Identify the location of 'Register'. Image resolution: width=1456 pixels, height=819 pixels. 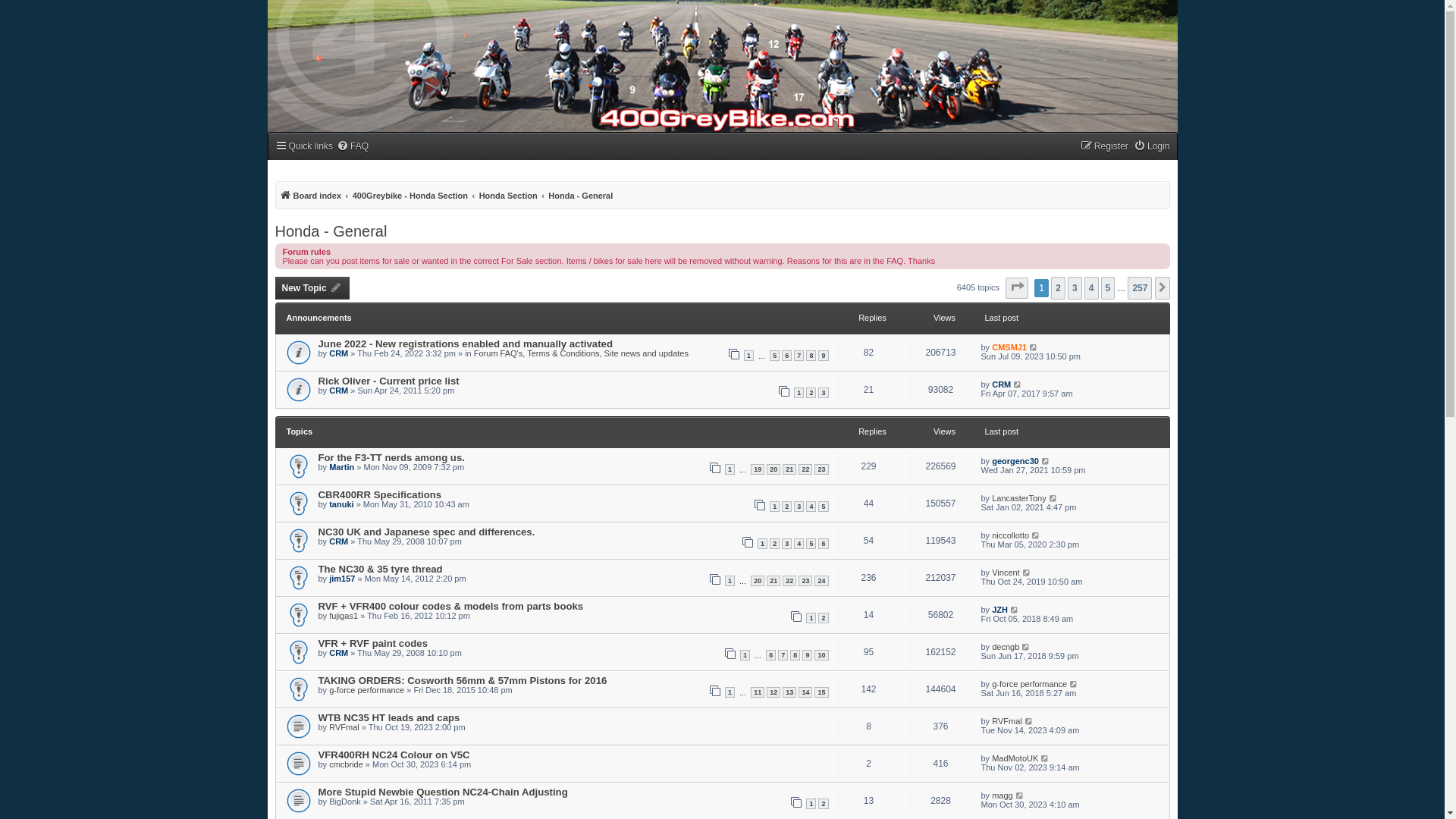
(1104, 146).